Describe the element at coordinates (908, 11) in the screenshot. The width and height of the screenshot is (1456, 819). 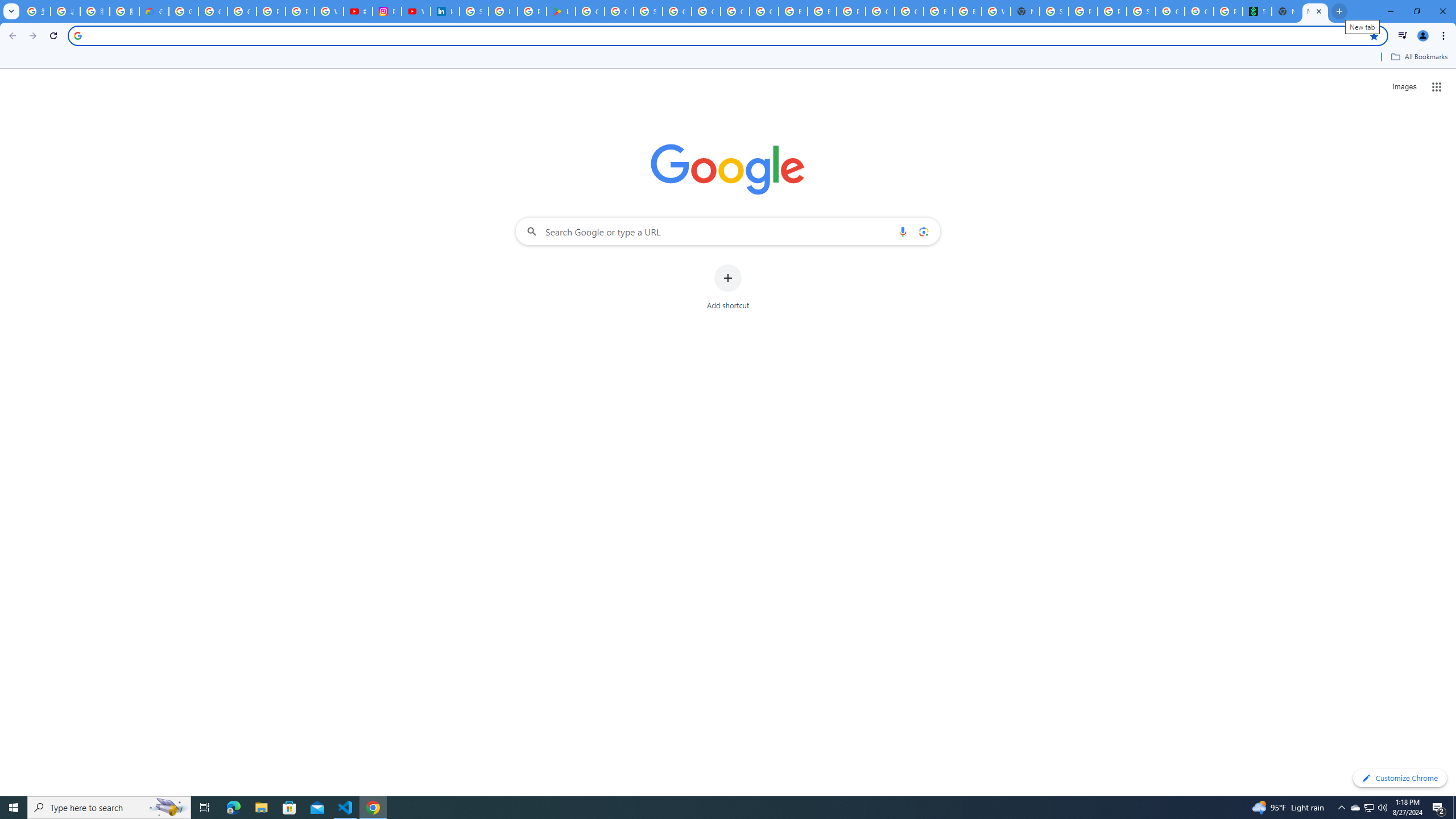
I see `'Google Cloud Platform'` at that location.